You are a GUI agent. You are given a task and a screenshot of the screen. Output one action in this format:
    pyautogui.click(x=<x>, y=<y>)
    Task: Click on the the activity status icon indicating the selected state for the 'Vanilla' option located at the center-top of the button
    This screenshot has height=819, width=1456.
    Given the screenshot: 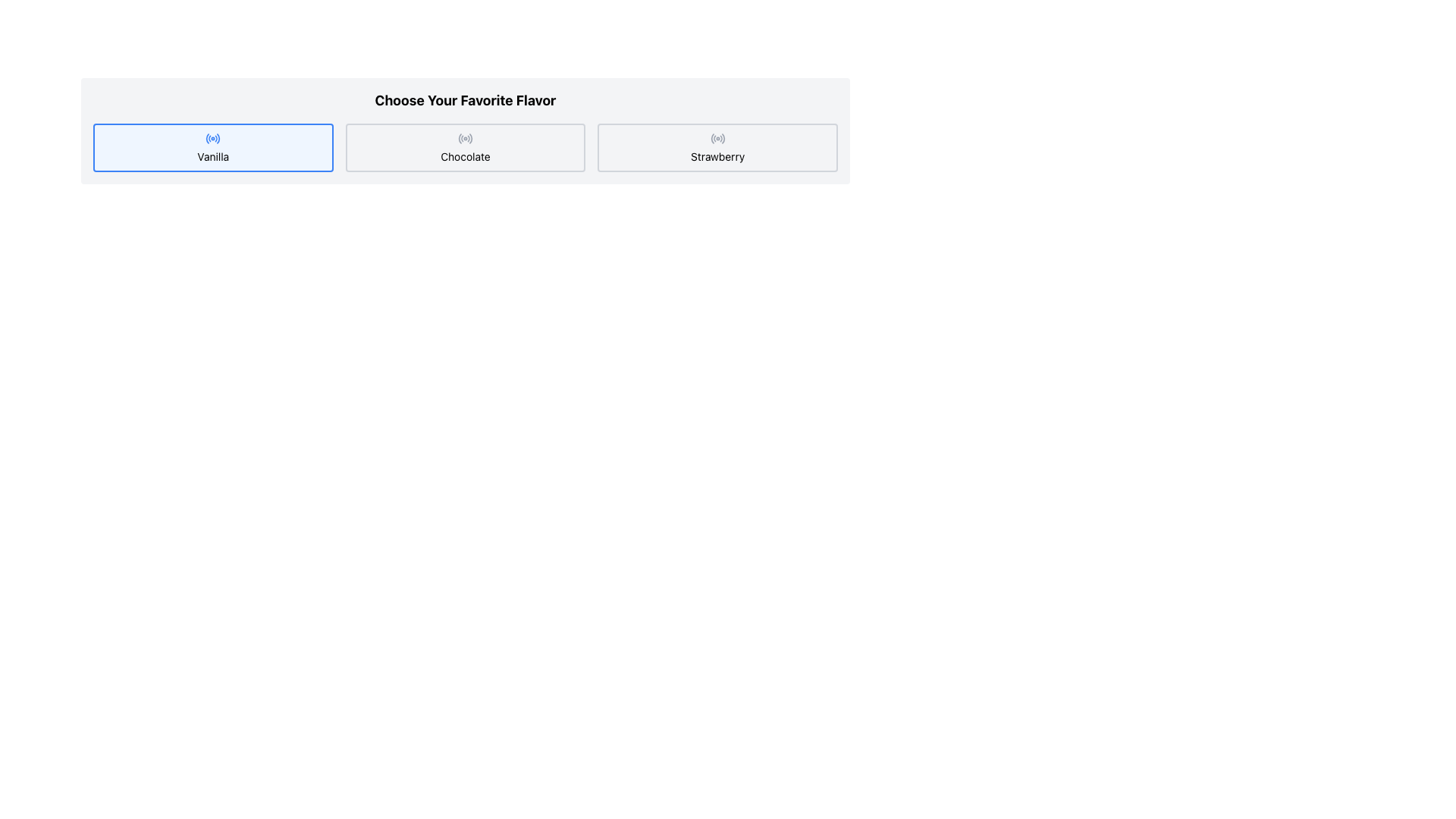 What is the action you would take?
    pyautogui.click(x=212, y=138)
    